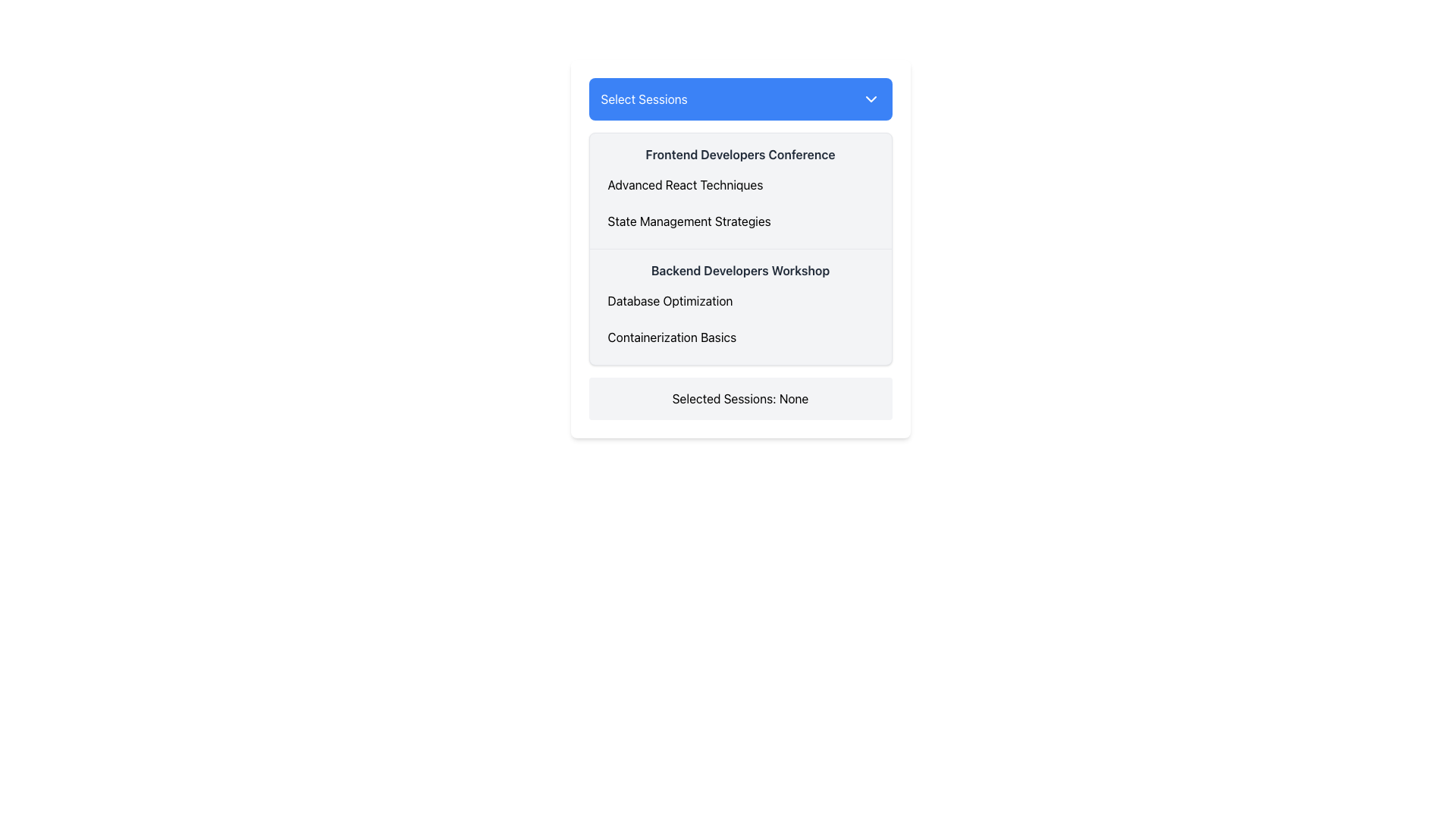  I want to click on the text display label indicating 'Backend Developers Workshop', which is styled in bold font and located in the list of session titles, so click(740, 270).